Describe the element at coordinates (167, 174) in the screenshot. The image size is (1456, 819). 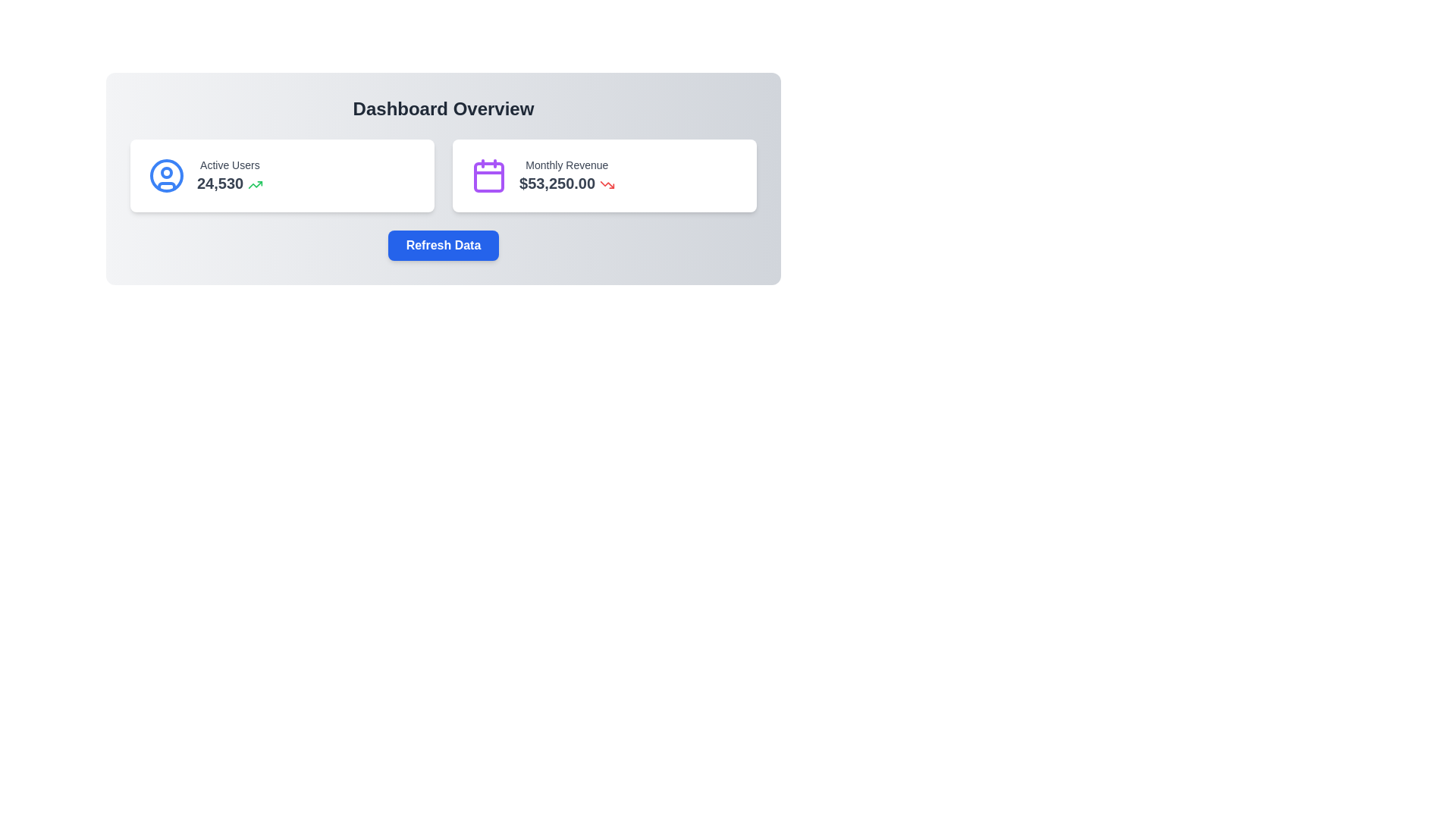
I see `properties of the user profile avatar represented as a circle within the SVG icon located at the top-left of the leftmost card in the dashboard's overview section, above the 'Active Users' label` at that location.